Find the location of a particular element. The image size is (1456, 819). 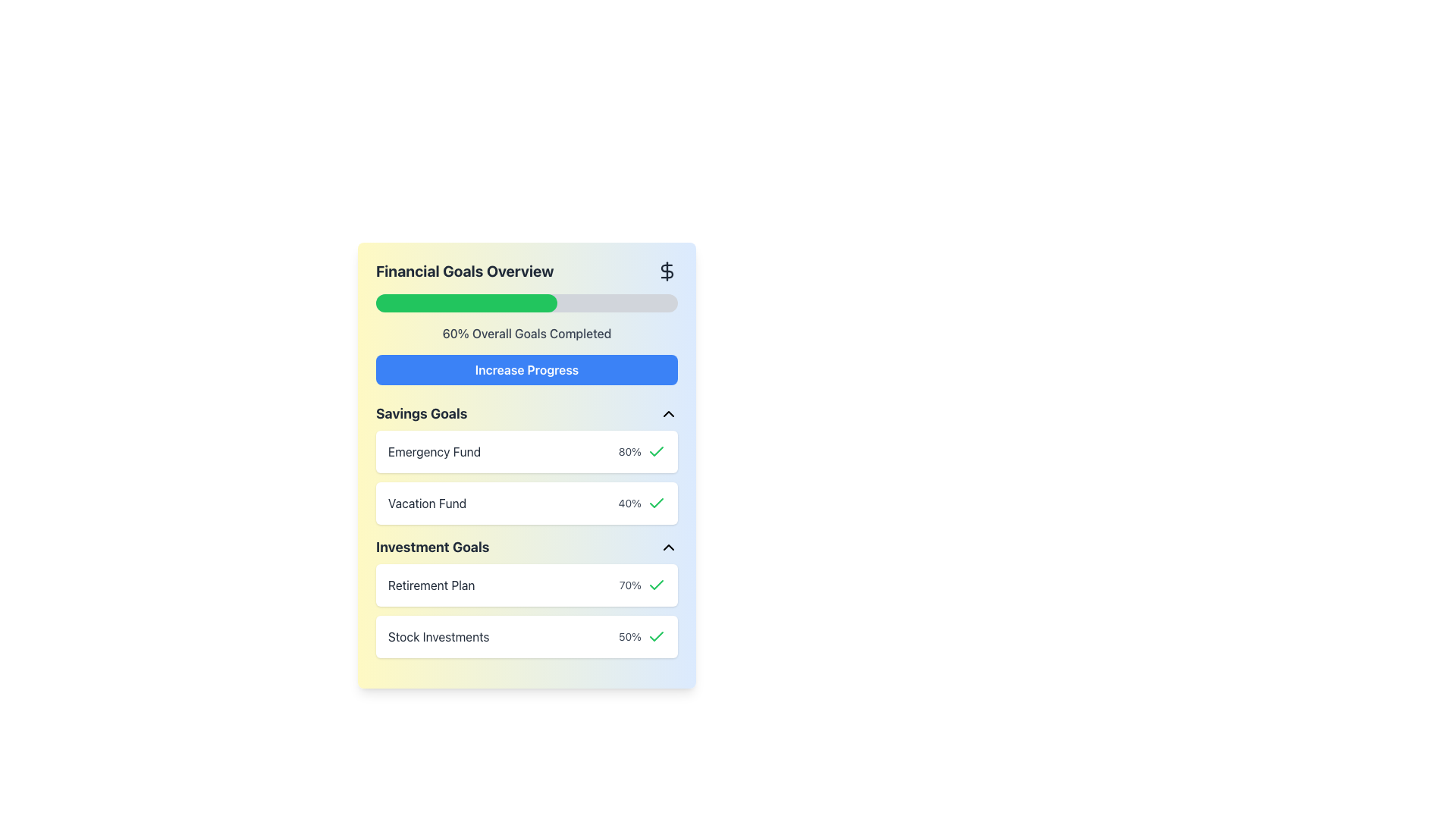

the static label displaying '70%' within the 'Investment Goals' section, which is styled with a gray font and located next to a green checkmark icon is located at coordinates (630, 584).